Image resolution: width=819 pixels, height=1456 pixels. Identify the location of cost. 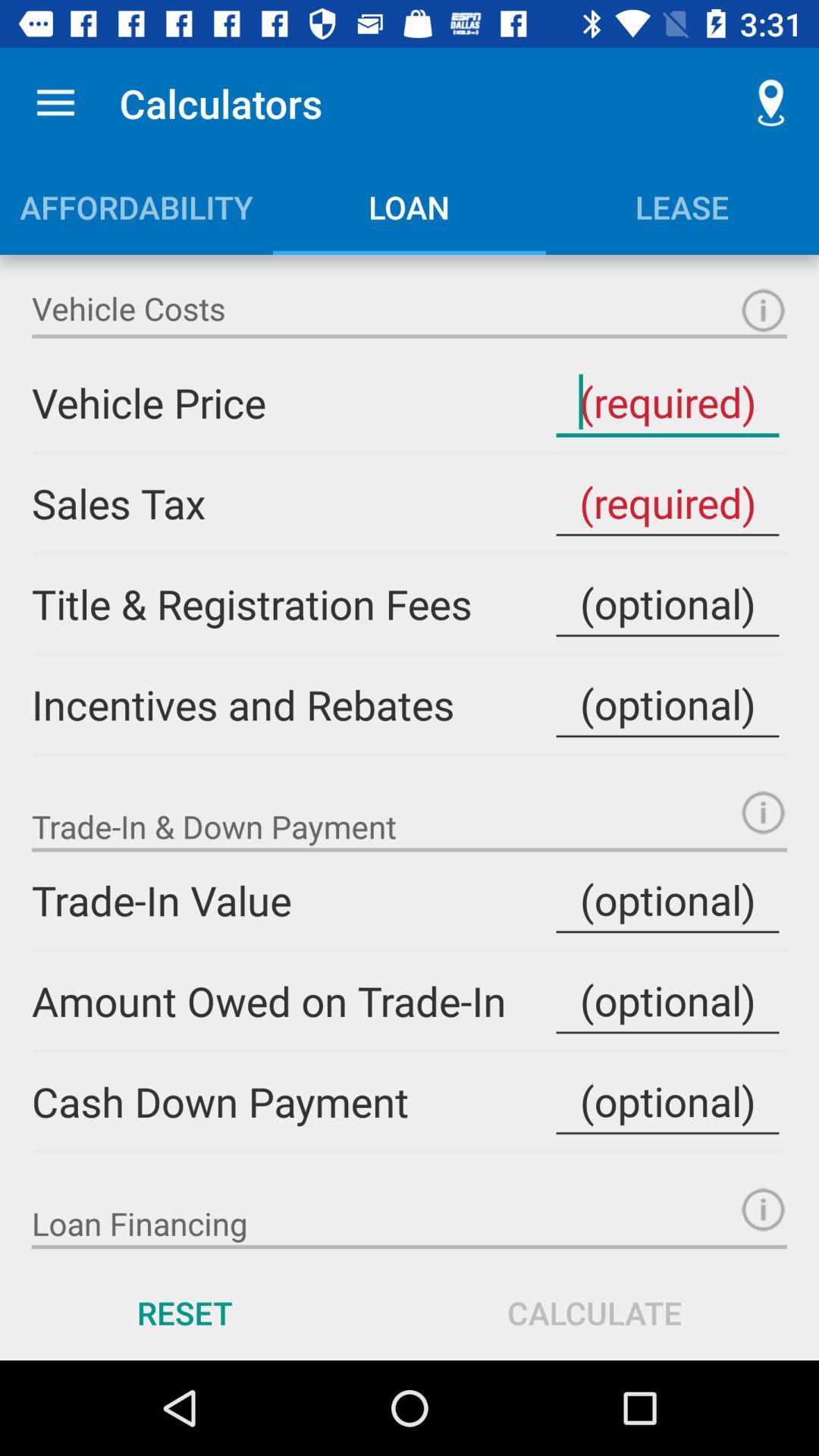
(667, 603).